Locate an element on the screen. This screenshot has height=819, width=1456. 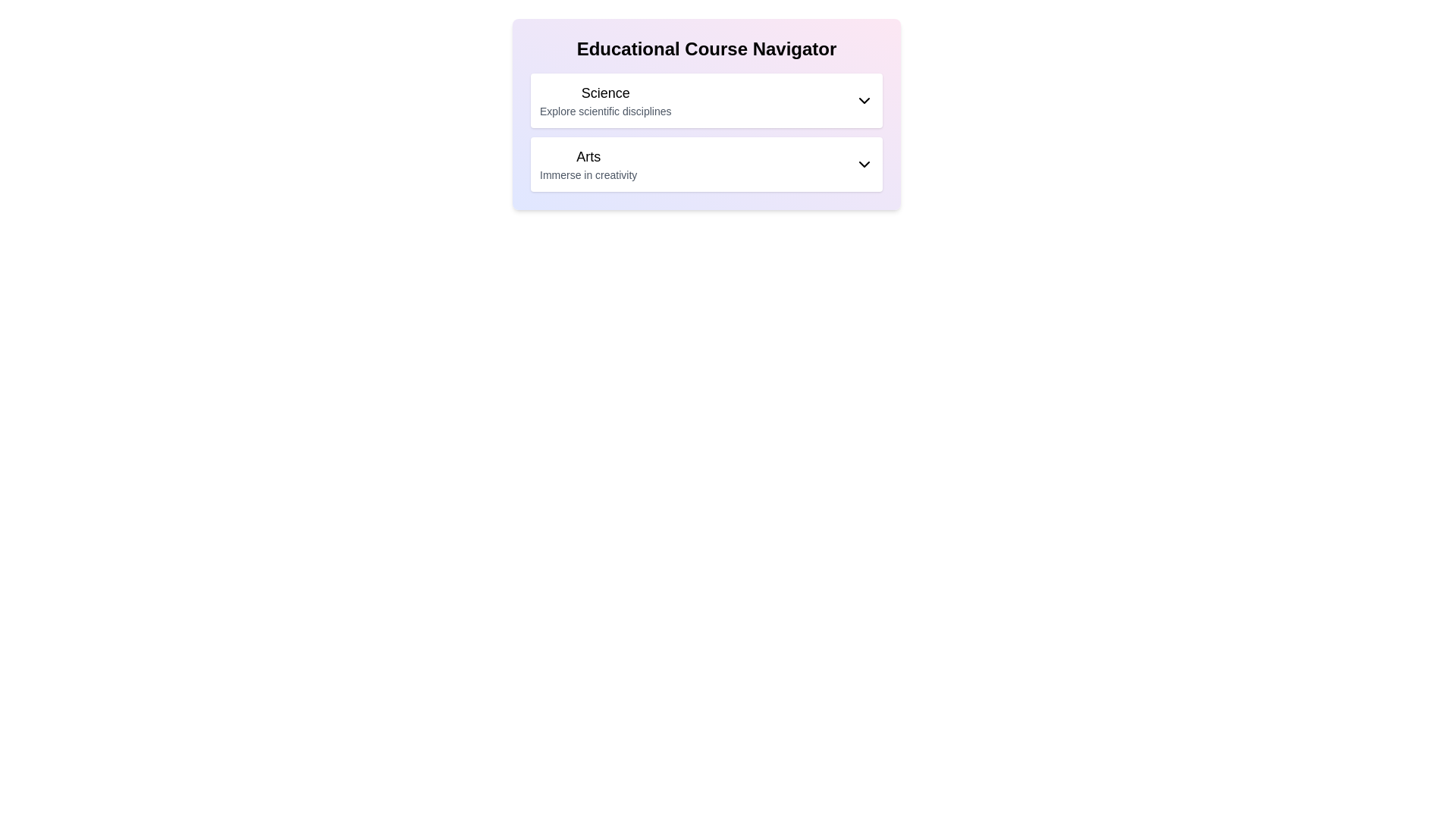
text of the descriptive label located directly below the 'Science' heading in the UI, which provides context about the contents of the 'Science' section is located at coordinates (604, 110).